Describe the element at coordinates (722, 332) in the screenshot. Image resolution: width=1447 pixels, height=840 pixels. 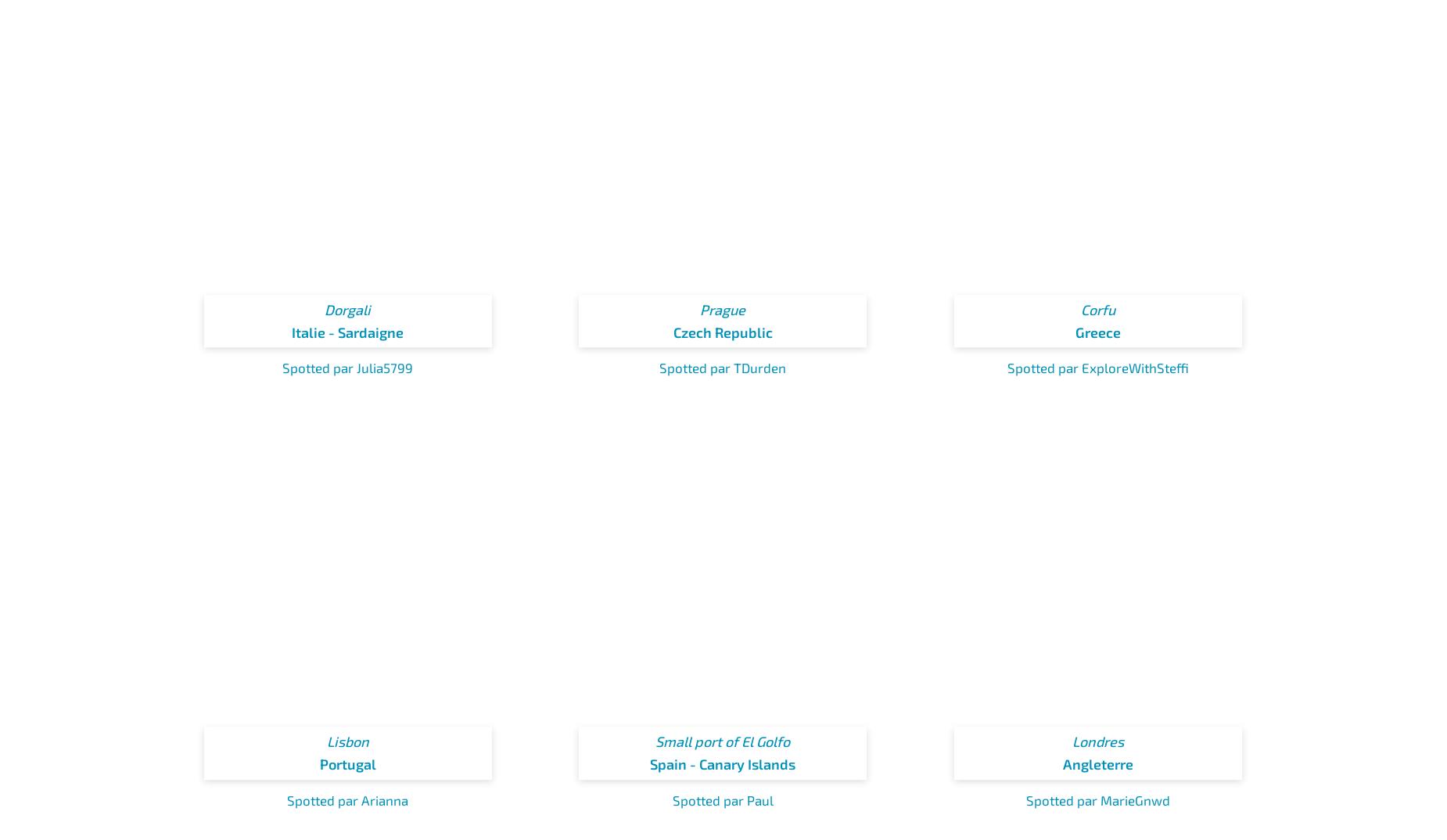
I see `'Czech Republic'` at that location.